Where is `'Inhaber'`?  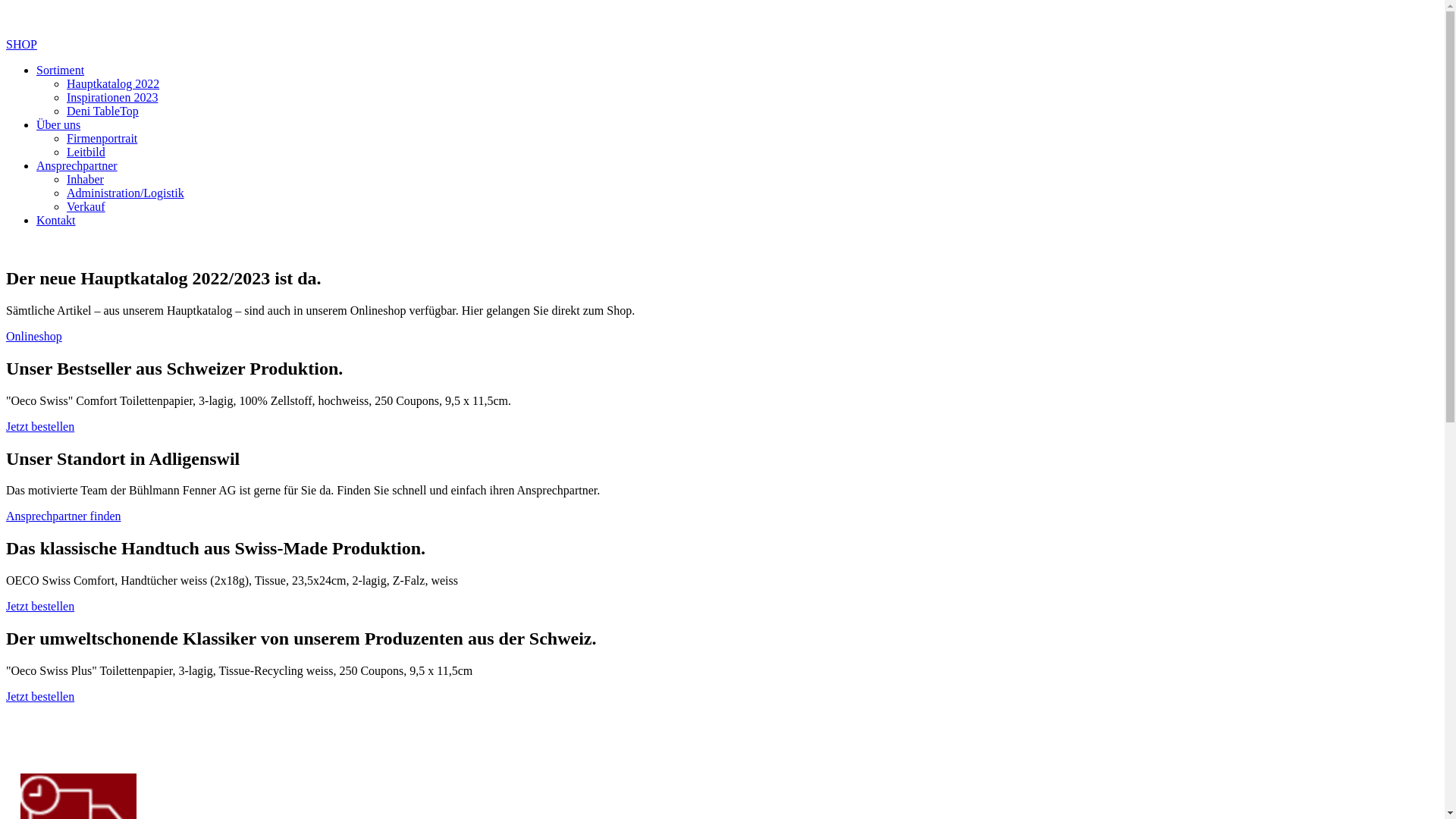 'Inhaber' is located at coordinates (84, 178).